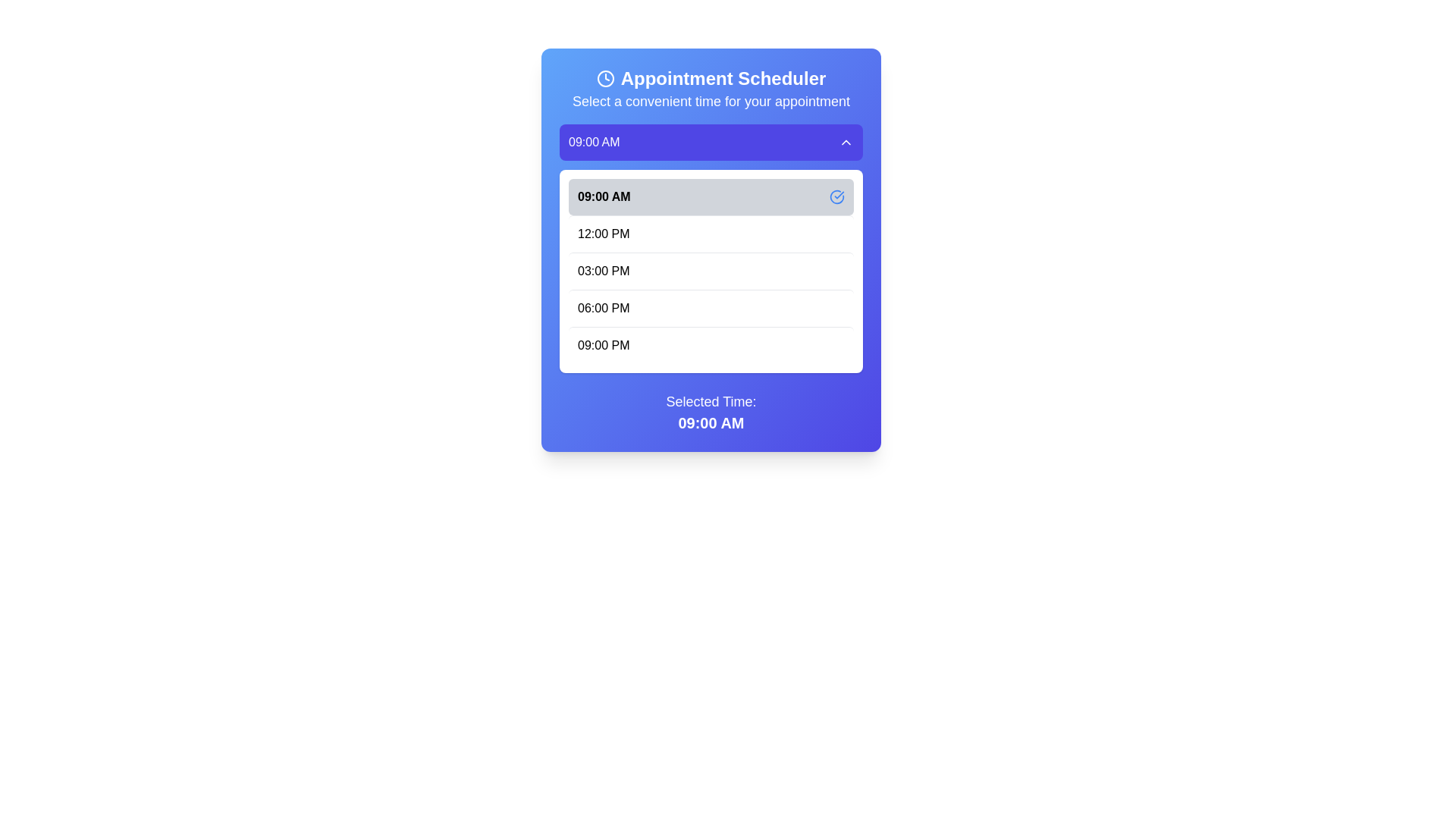 This screenshot has height=819, width=1456. Describe the element at coordinates (710, 345) in the screenshot. I see `the selectable time slot '09:00 PM' in the dropdown list` at that location.